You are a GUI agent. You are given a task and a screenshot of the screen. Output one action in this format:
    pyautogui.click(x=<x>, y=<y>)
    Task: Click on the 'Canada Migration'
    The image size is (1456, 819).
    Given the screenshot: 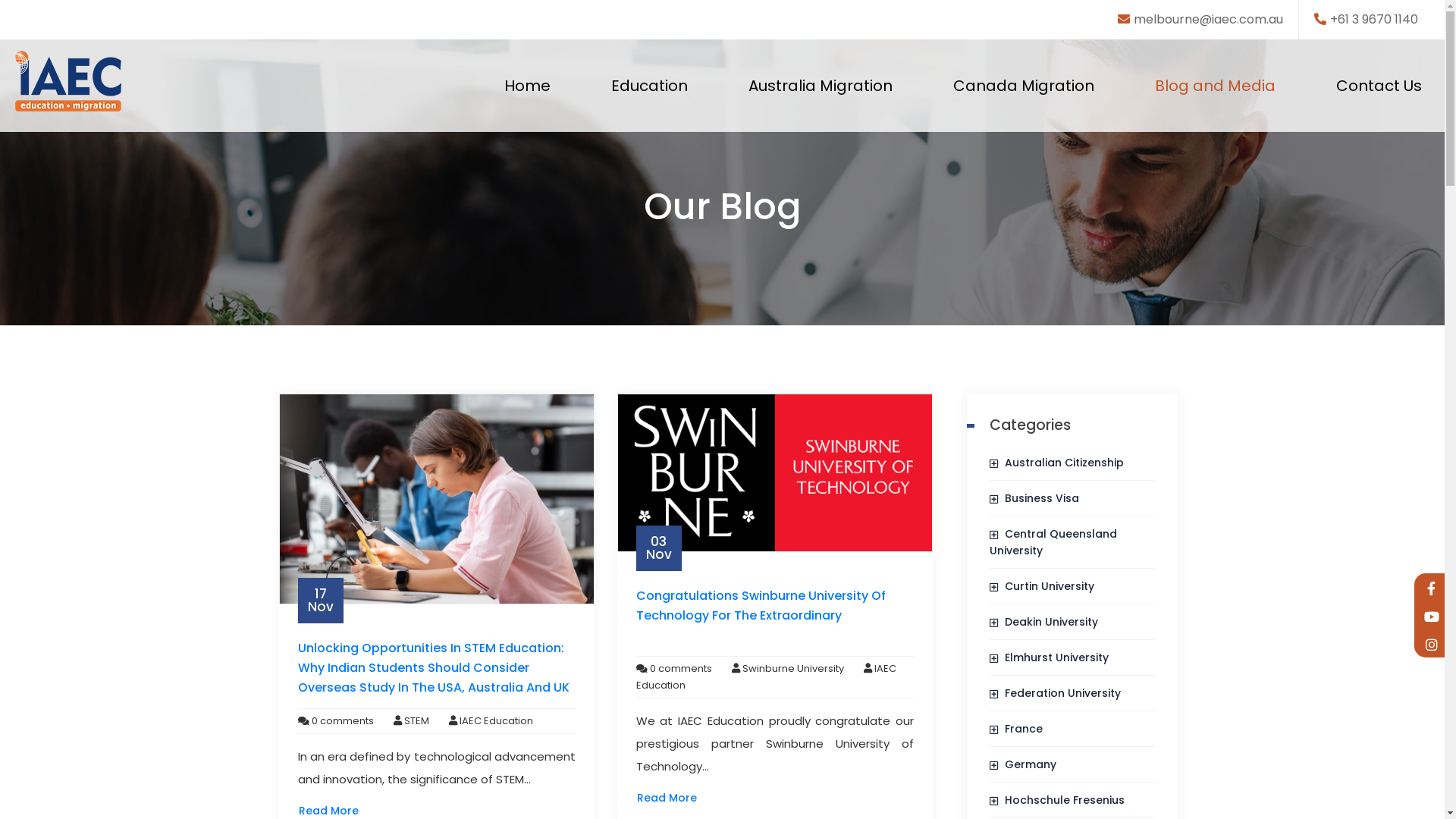 What is the action you would take?
    pyautogui.click(x=1023, y=85)
    